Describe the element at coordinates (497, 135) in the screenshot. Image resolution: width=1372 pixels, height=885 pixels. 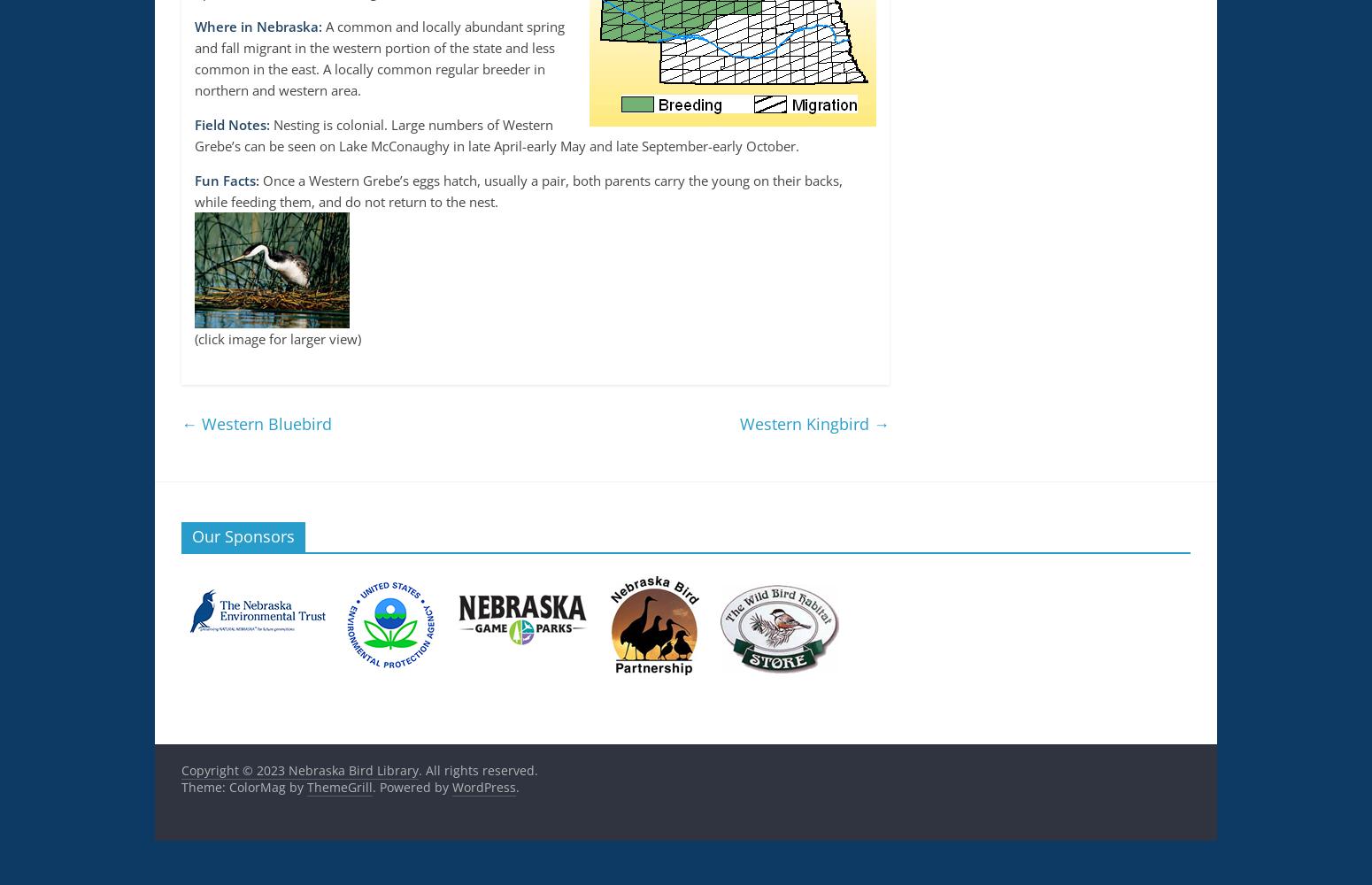
I see `'Nesting is colonial. Large numbers of Western Grebe’s can be seen on Lake McConaughy in late April-early May and late September-early October.'` at that location.